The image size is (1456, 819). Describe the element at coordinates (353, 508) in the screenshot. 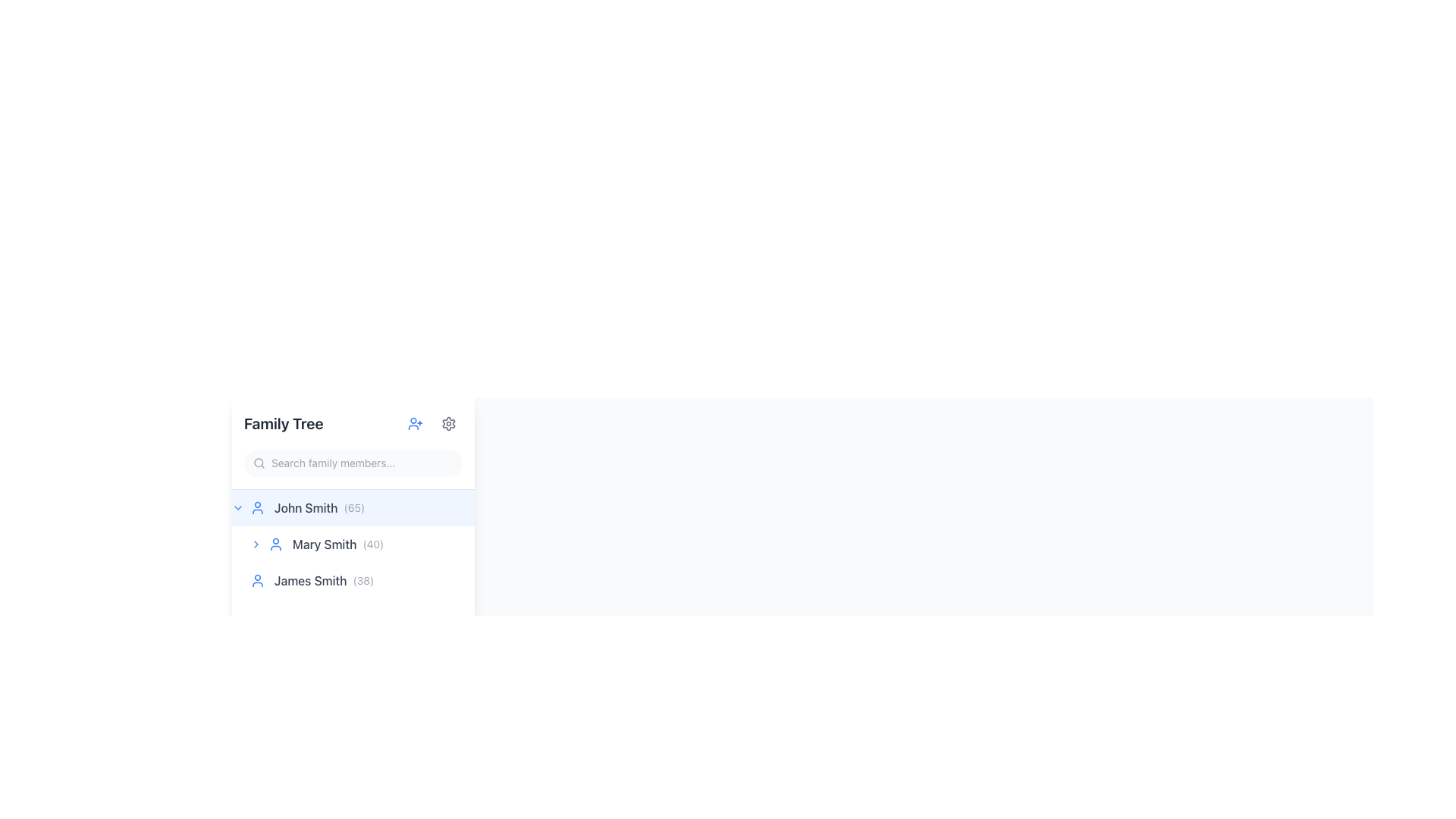

I see `value of the Text label associated with 'John Smith', which is positioned immediately to the right of the name in a light blue highlighted row` at that location.